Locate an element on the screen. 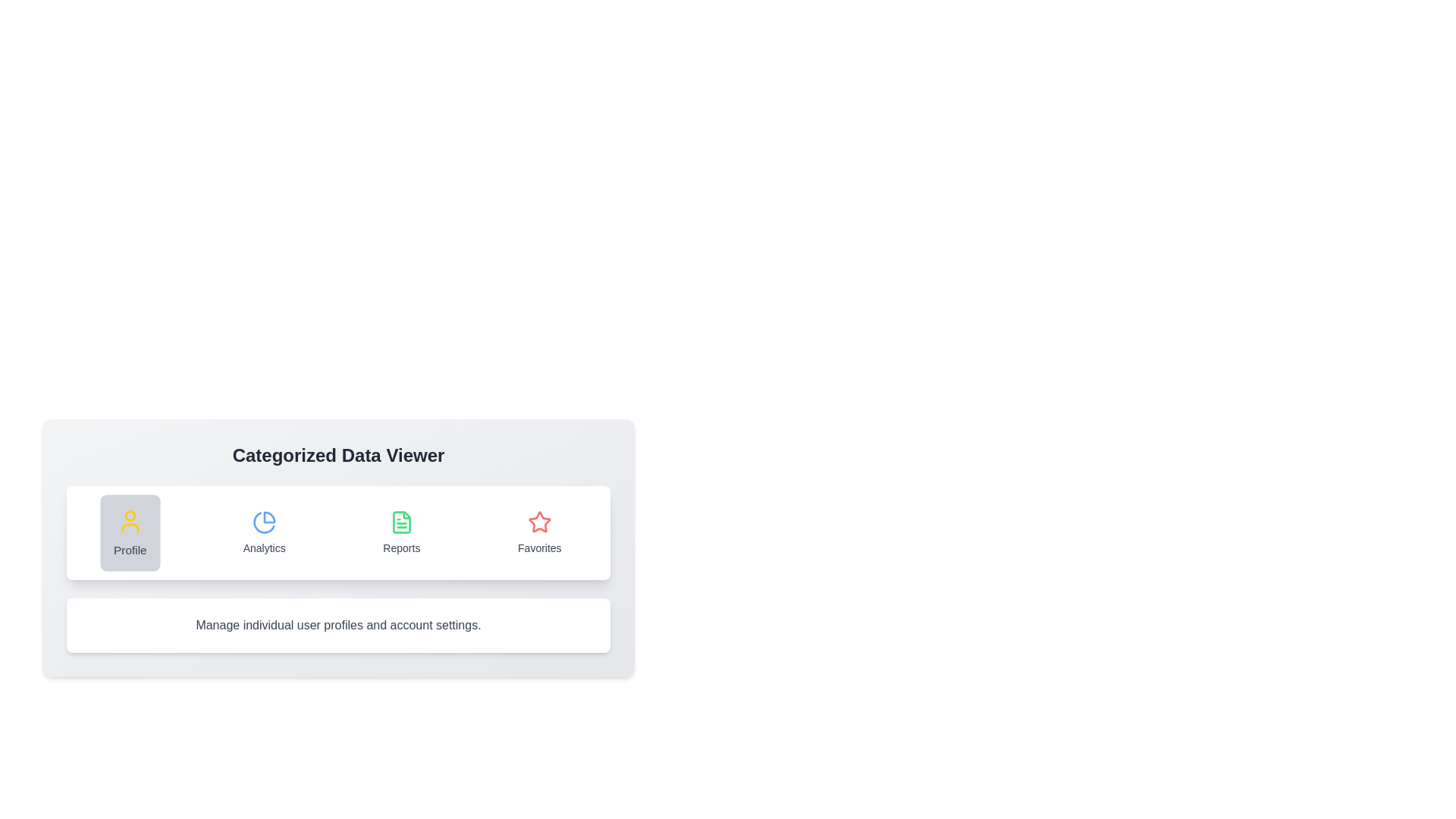 This screenshot has width=1456, height=819. the 'Analytics' tab to view analytics-related information is located at coordinates (264, 532).